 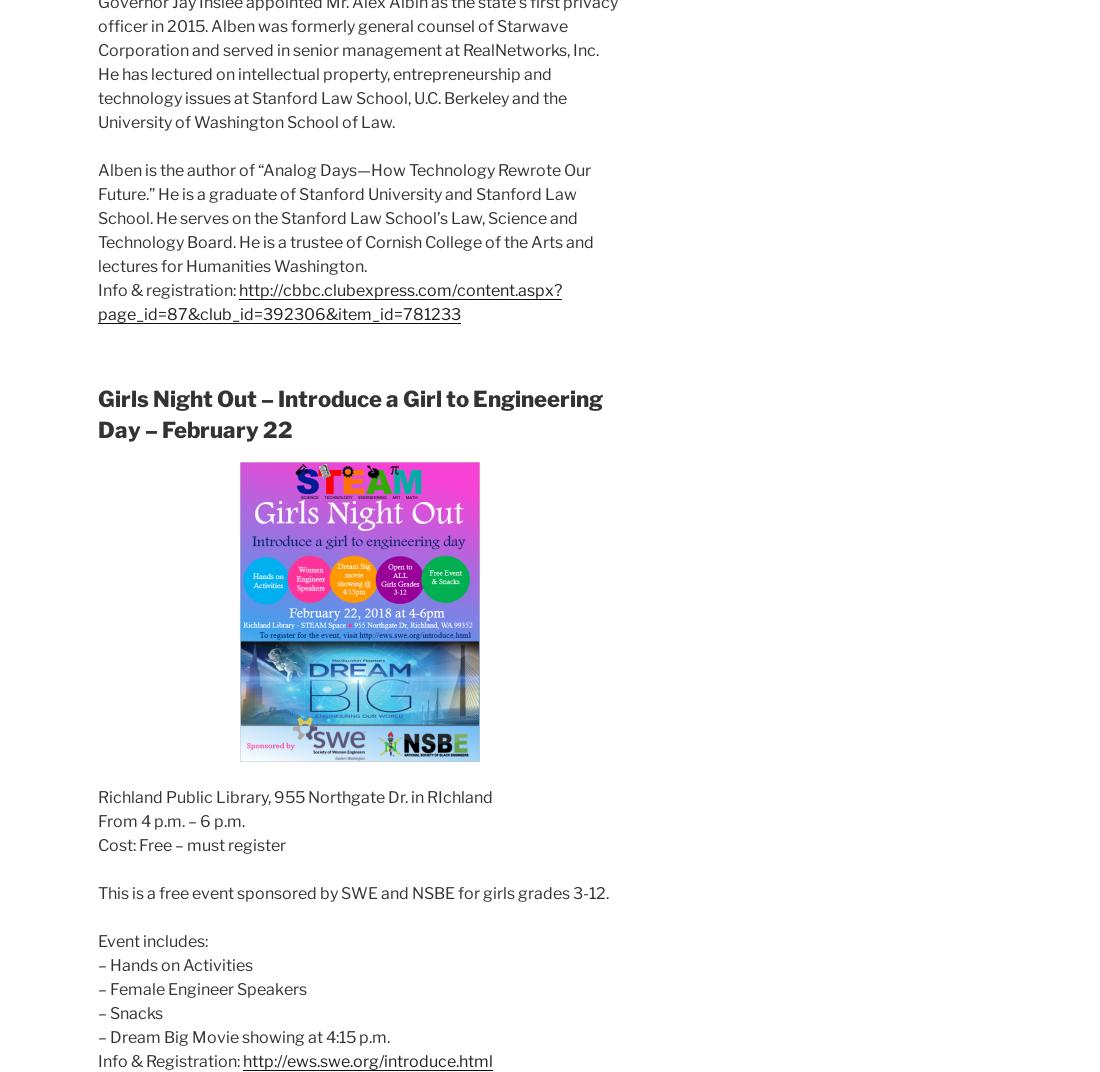 I want to click on '– Female Engineer Speakers', so click(x=201, y=987).